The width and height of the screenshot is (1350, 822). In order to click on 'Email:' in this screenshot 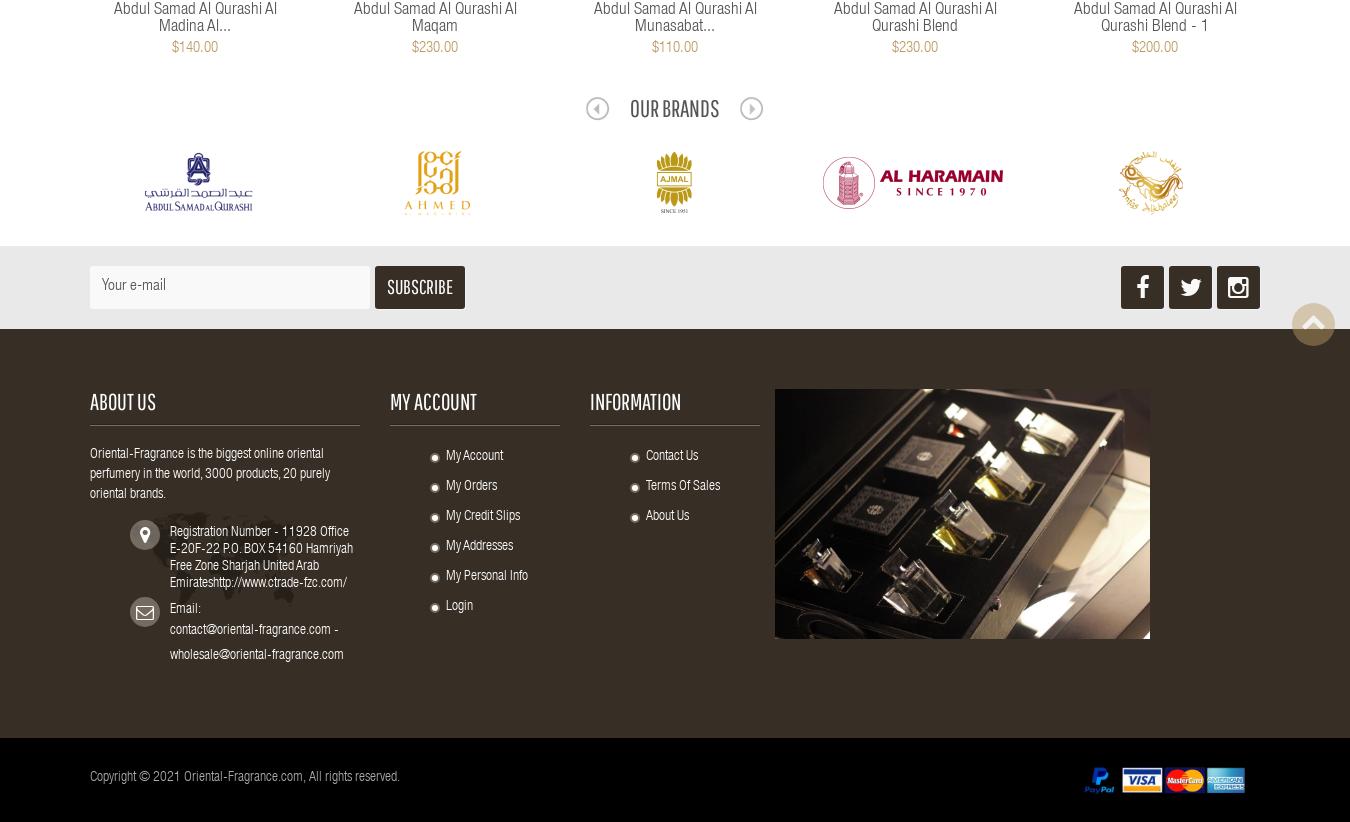, I will do `click(184, 609)`.